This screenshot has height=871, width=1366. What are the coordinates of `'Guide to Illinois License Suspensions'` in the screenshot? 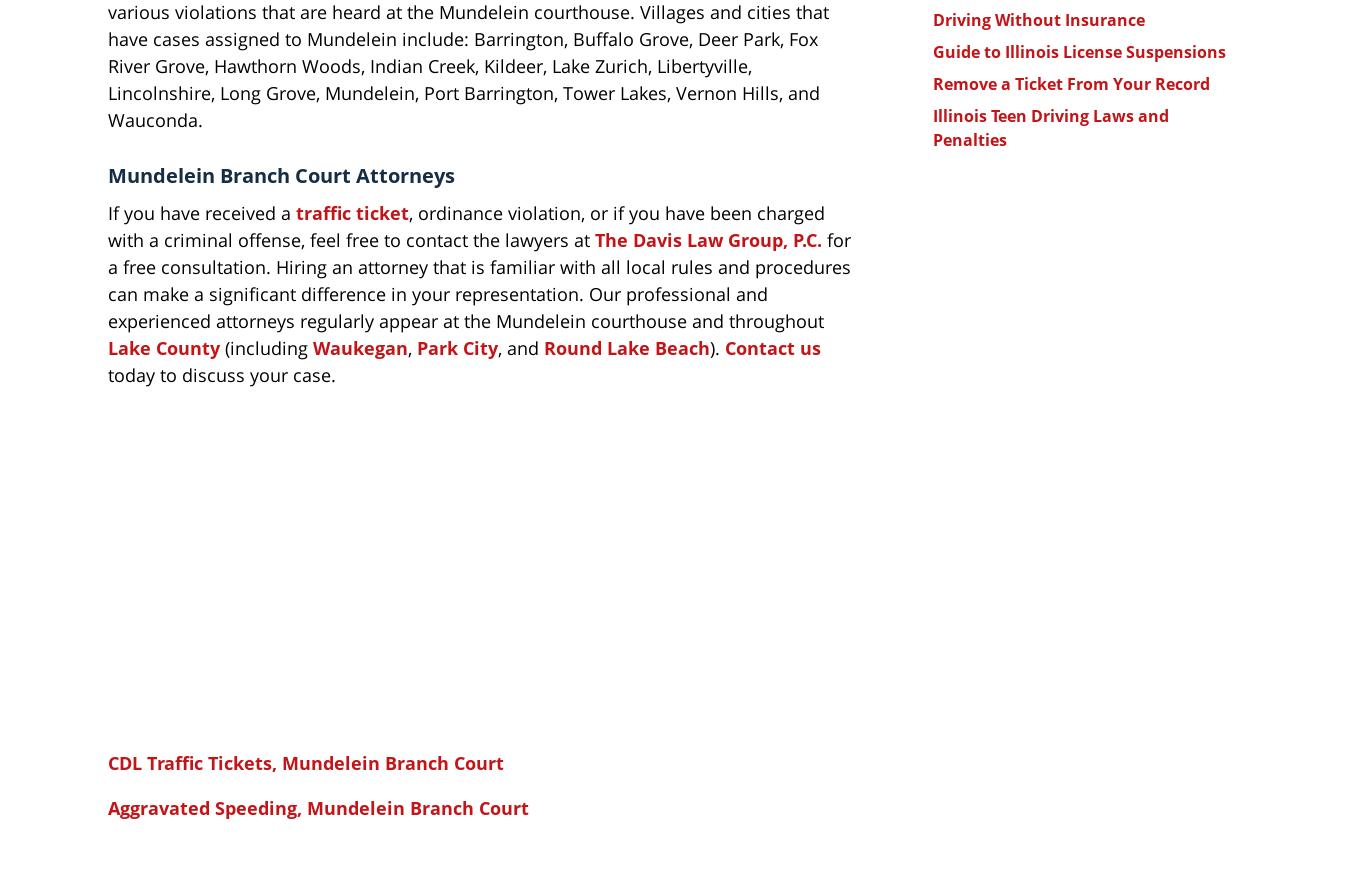 It's located at (1078, 50).